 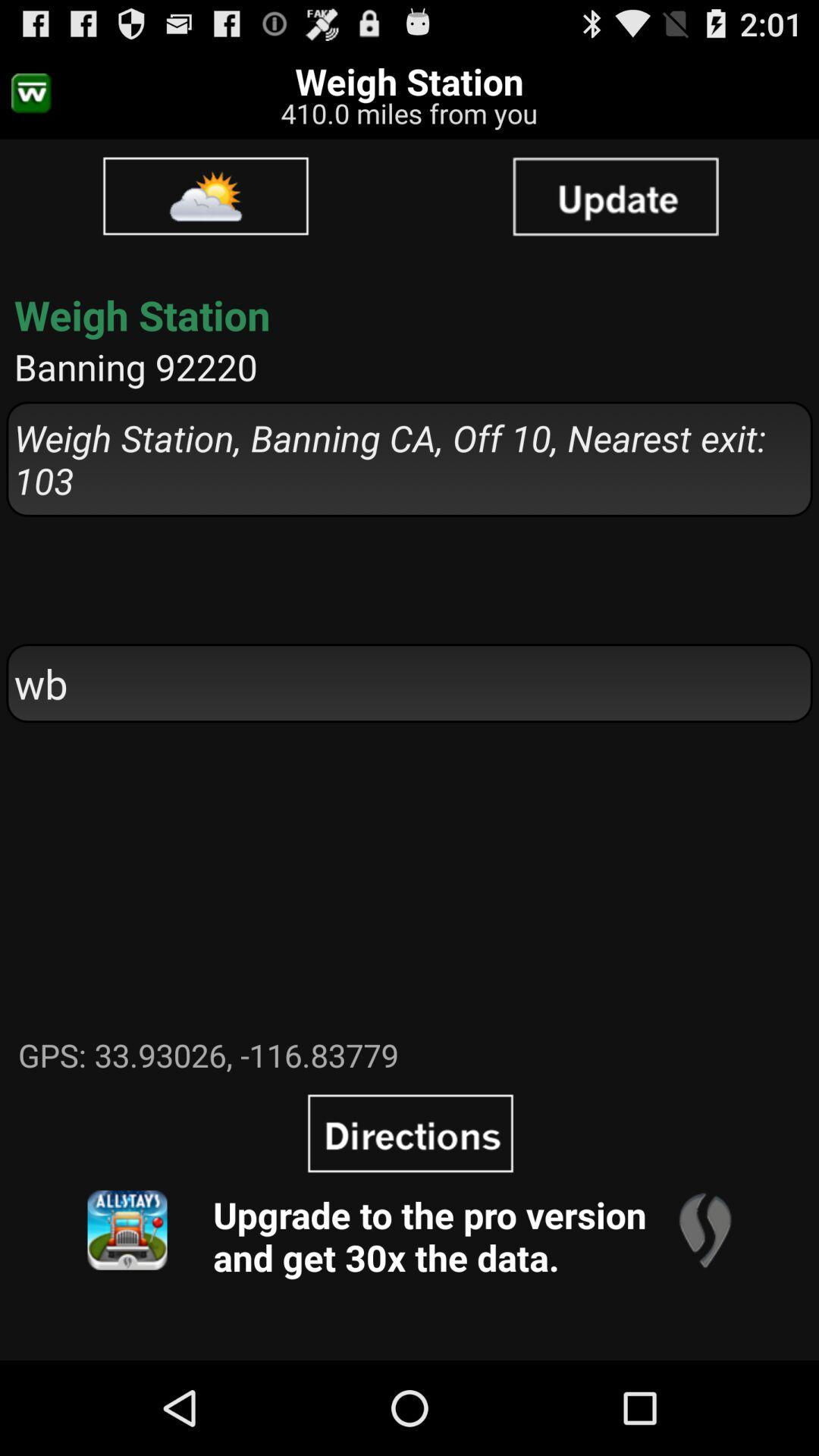 What do you see at coordinates (615, 195) in the screenshot?
I see `item below 410 0 miles app` at bounding box center [615, 195].